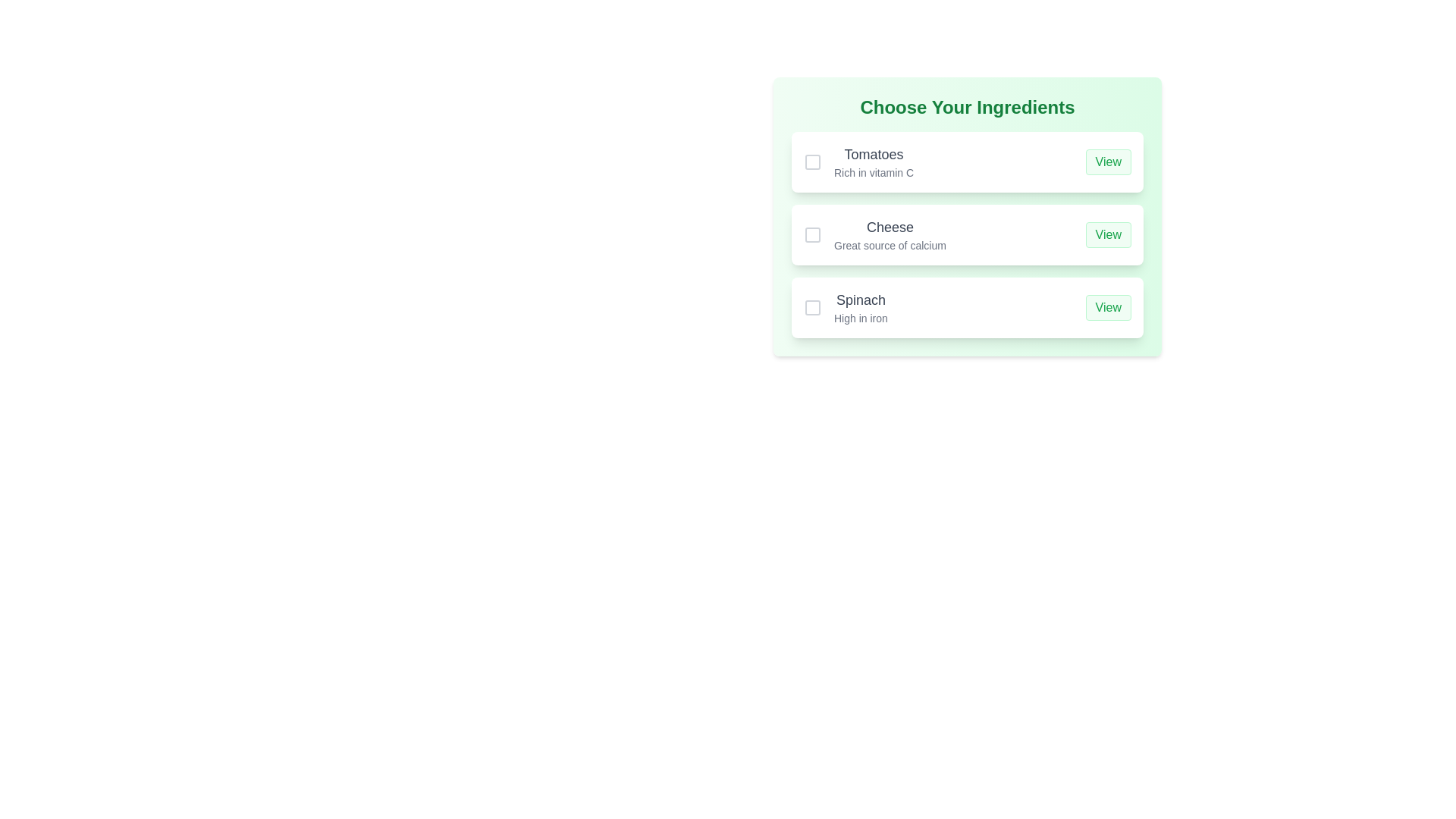 This screenshot has height=819, width=1456. What do you see at coordinates (890, 234) in the screenshot?
I see `the Text display element that shows the name and description of 'Cheese' located centrally within the card, to the right of the checkbox, and to the left of the 'View' button` at bounding box center [890, 234].